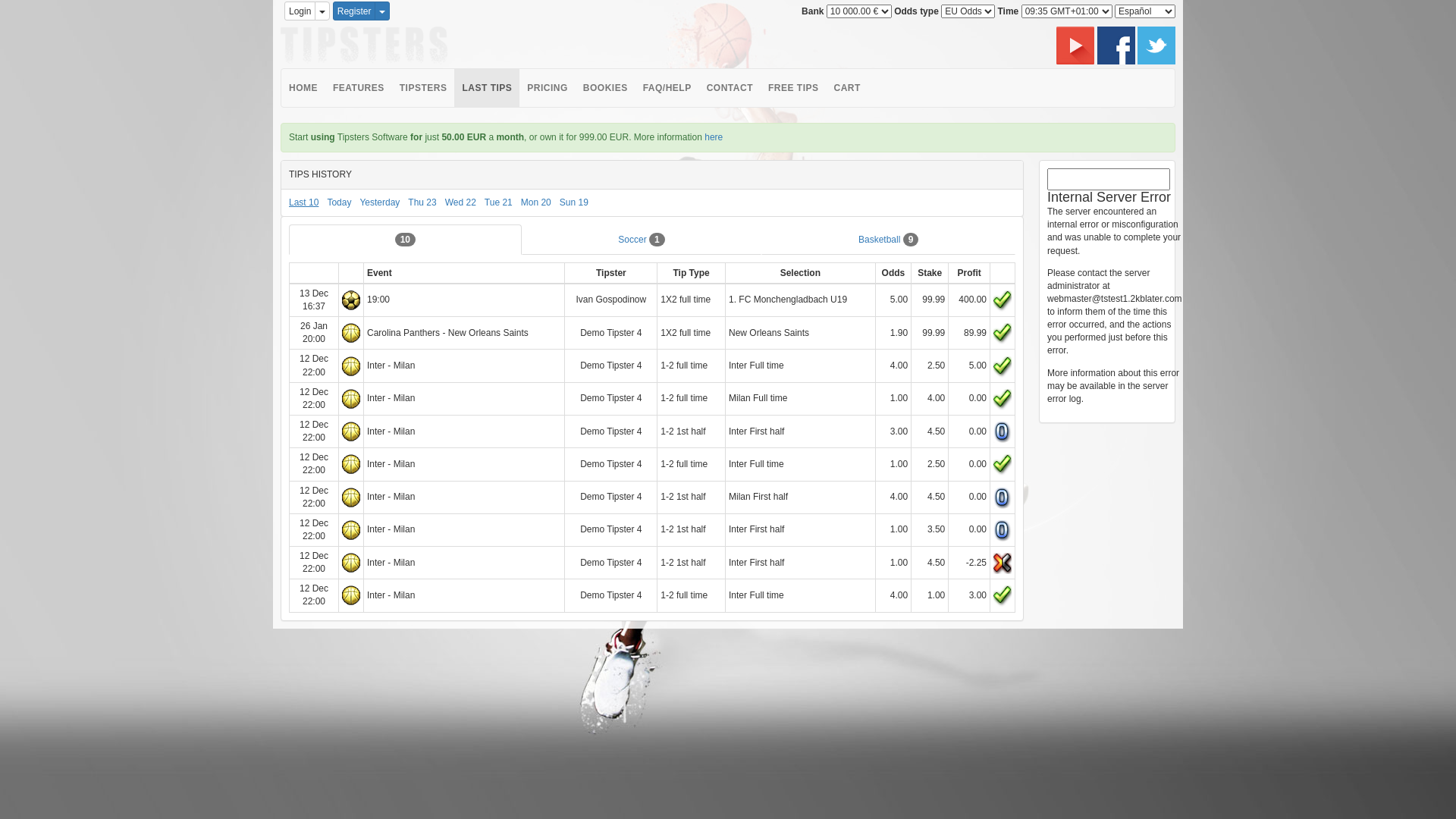 This screenshot has height=819, width=1456. I want to click on 'Register', so click(331, 11).